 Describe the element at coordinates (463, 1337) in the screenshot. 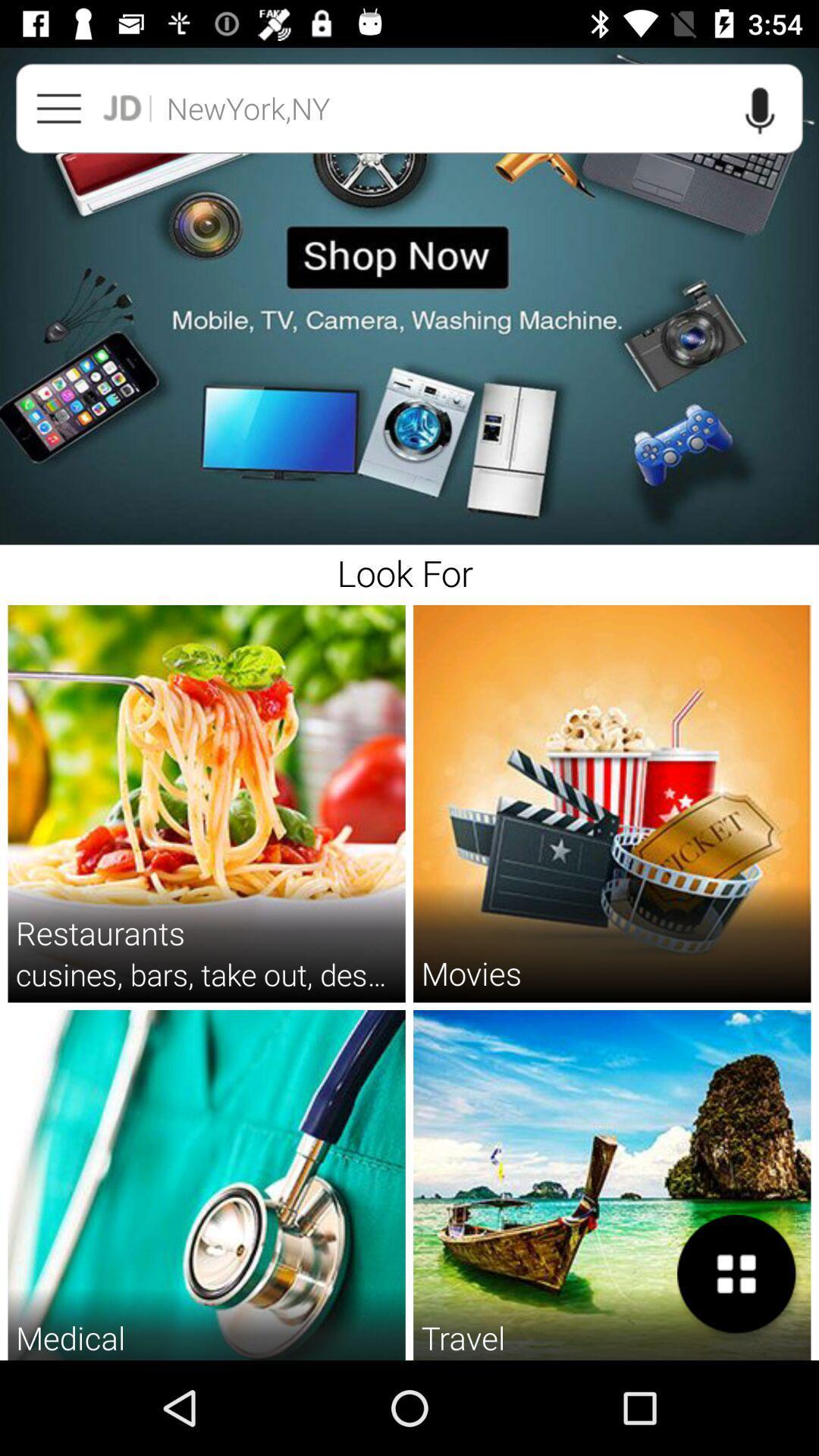

I see `the item above flights hotels cruises item` at that location.